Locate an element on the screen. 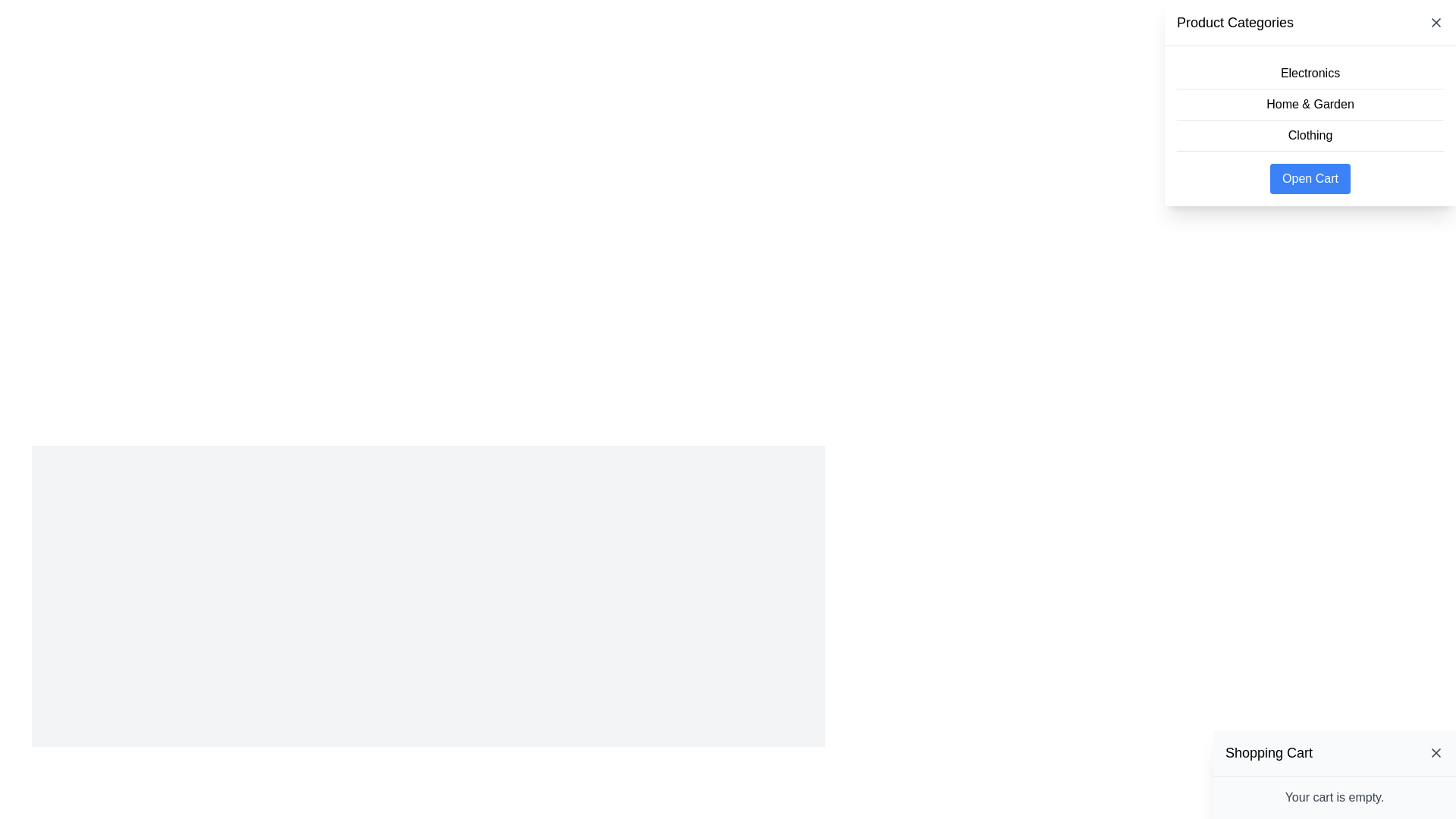  the 'Electronics' category text label, which is the first item in the vertical list under 'Product Categories.' is located at coordinates (1310, 74).